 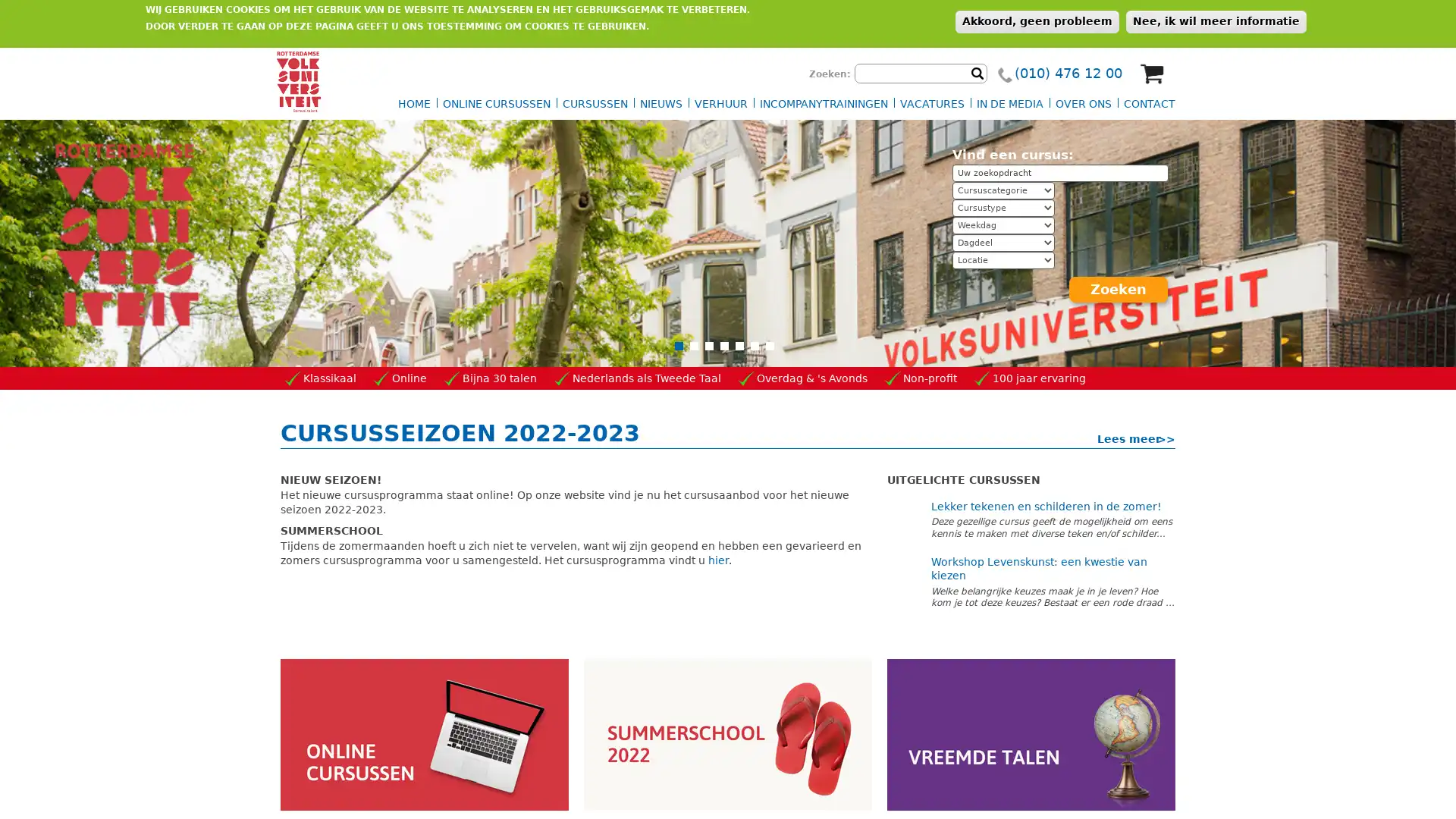 I want to click on Nee, ik wil meer informatie, so click(x=1216, y=21).